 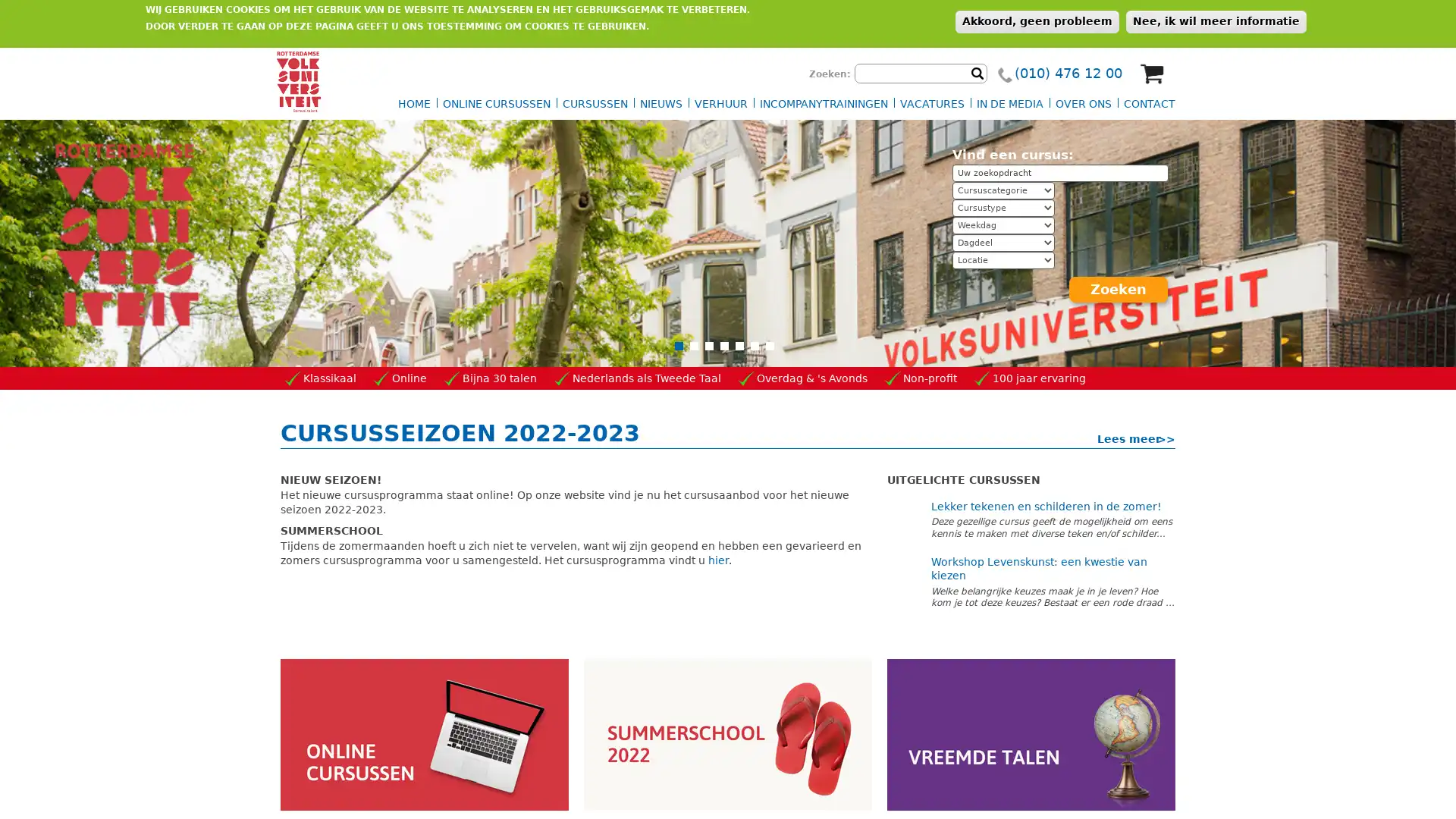 I want to click on Nee, ik wil meer informatie, so click(x=1216, y=21).